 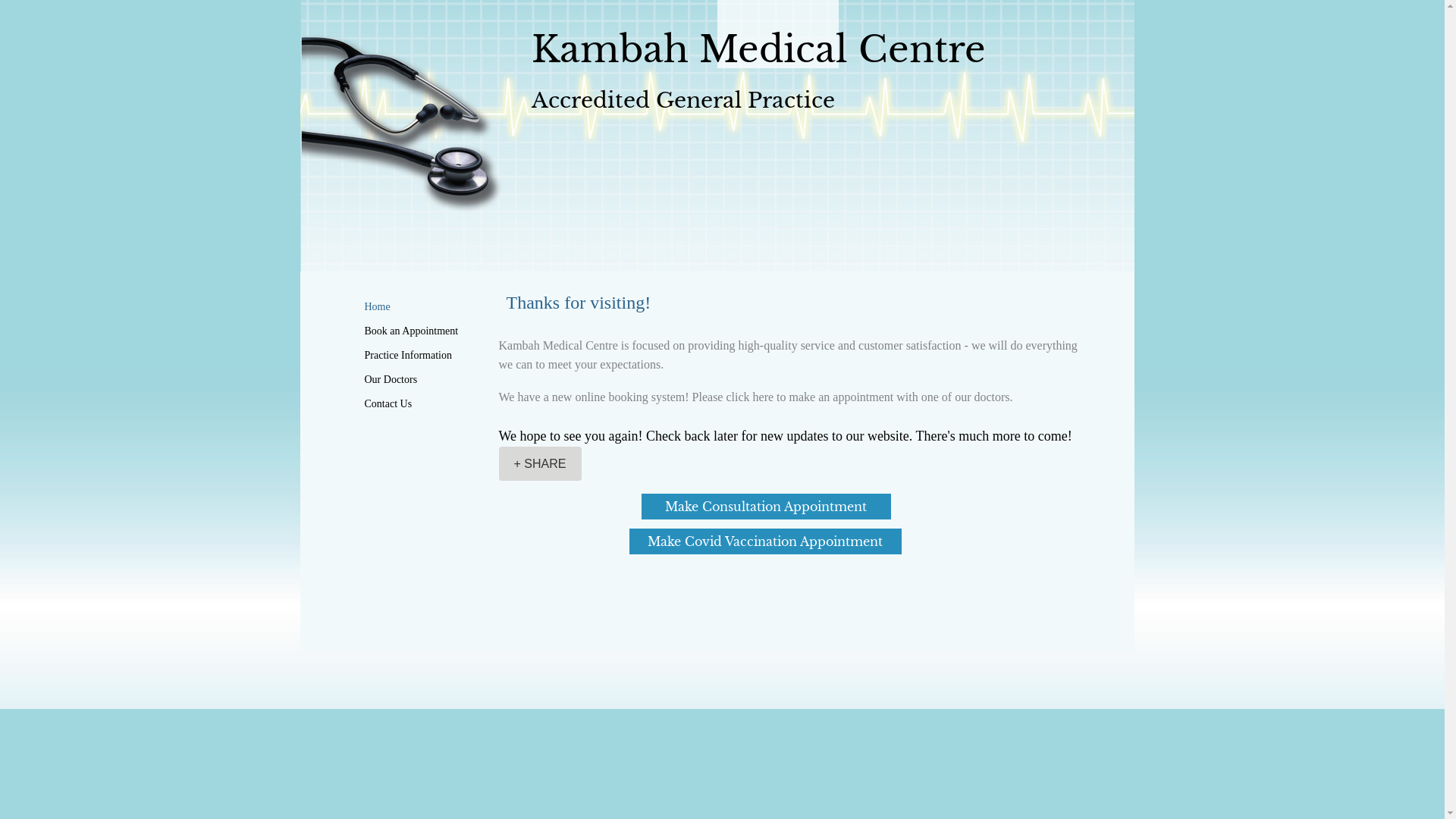 What do you see at coordinates (766, 506) in the screenshot?
I see `'Make Consultation Appointment'` at bounding box center [766, 506].